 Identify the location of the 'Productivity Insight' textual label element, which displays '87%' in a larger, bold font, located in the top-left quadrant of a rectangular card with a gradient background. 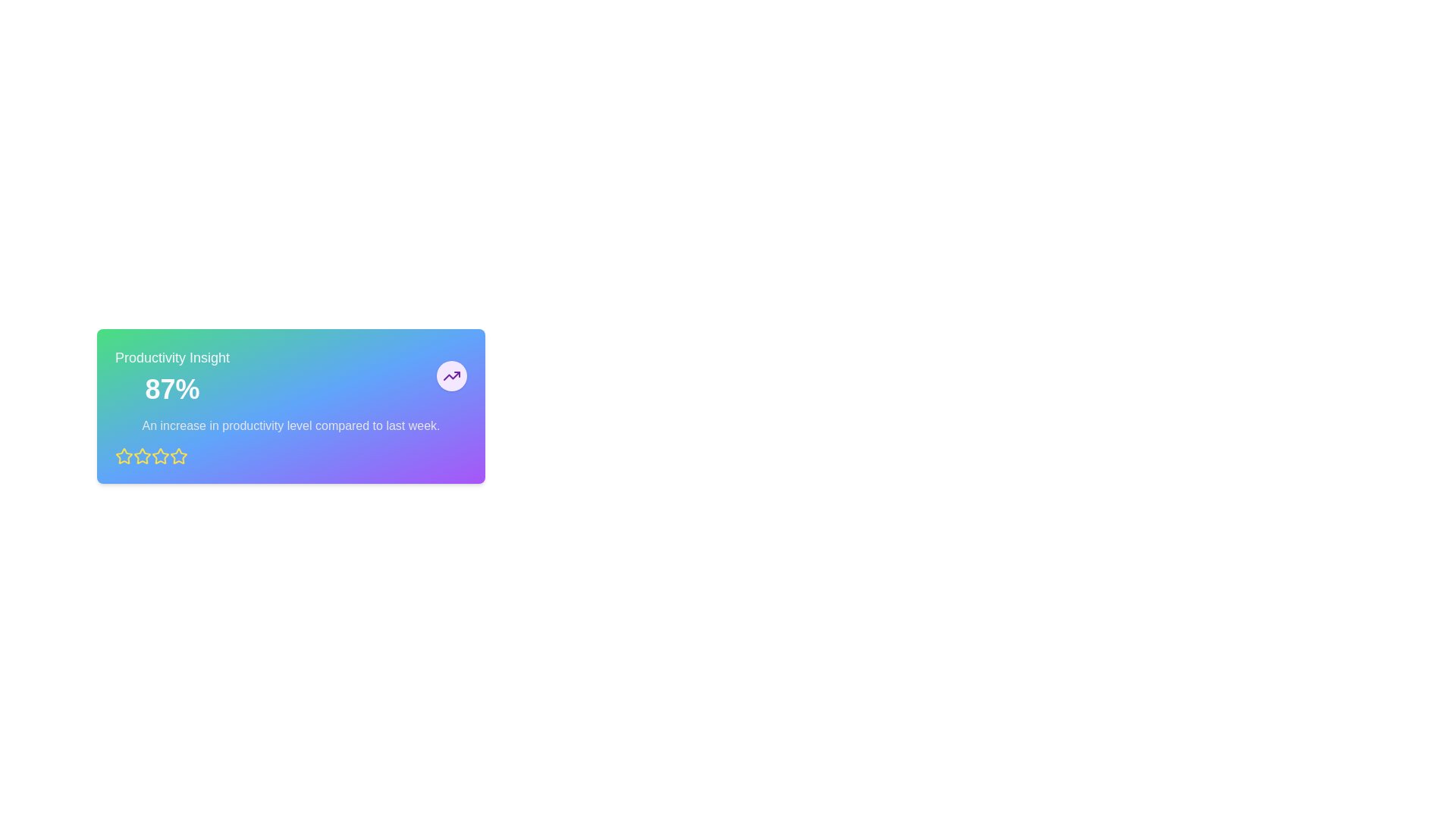
(172, 375).